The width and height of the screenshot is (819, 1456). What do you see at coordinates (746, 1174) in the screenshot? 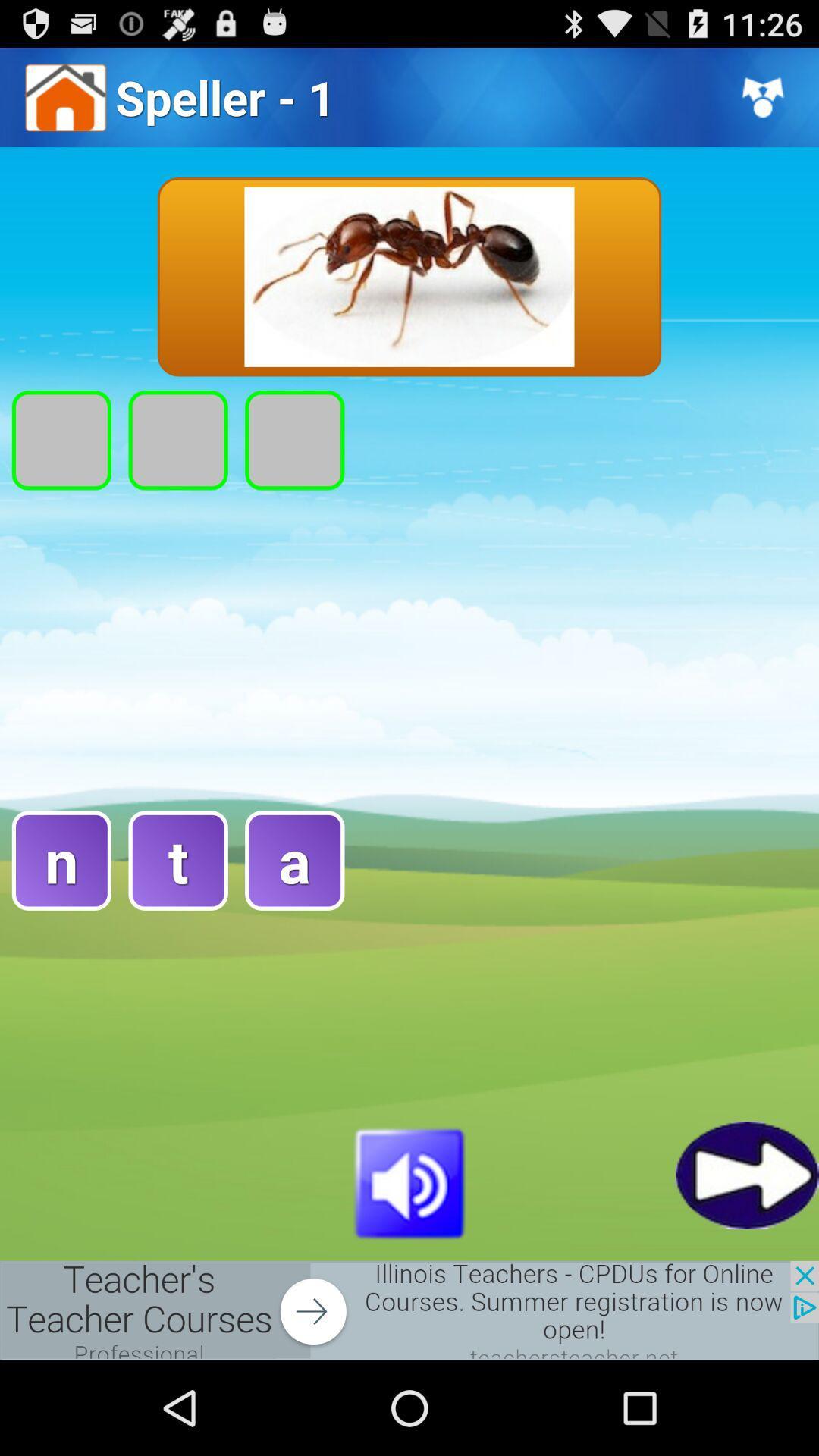
I see `go forward` at bounding box center [746, 1174].